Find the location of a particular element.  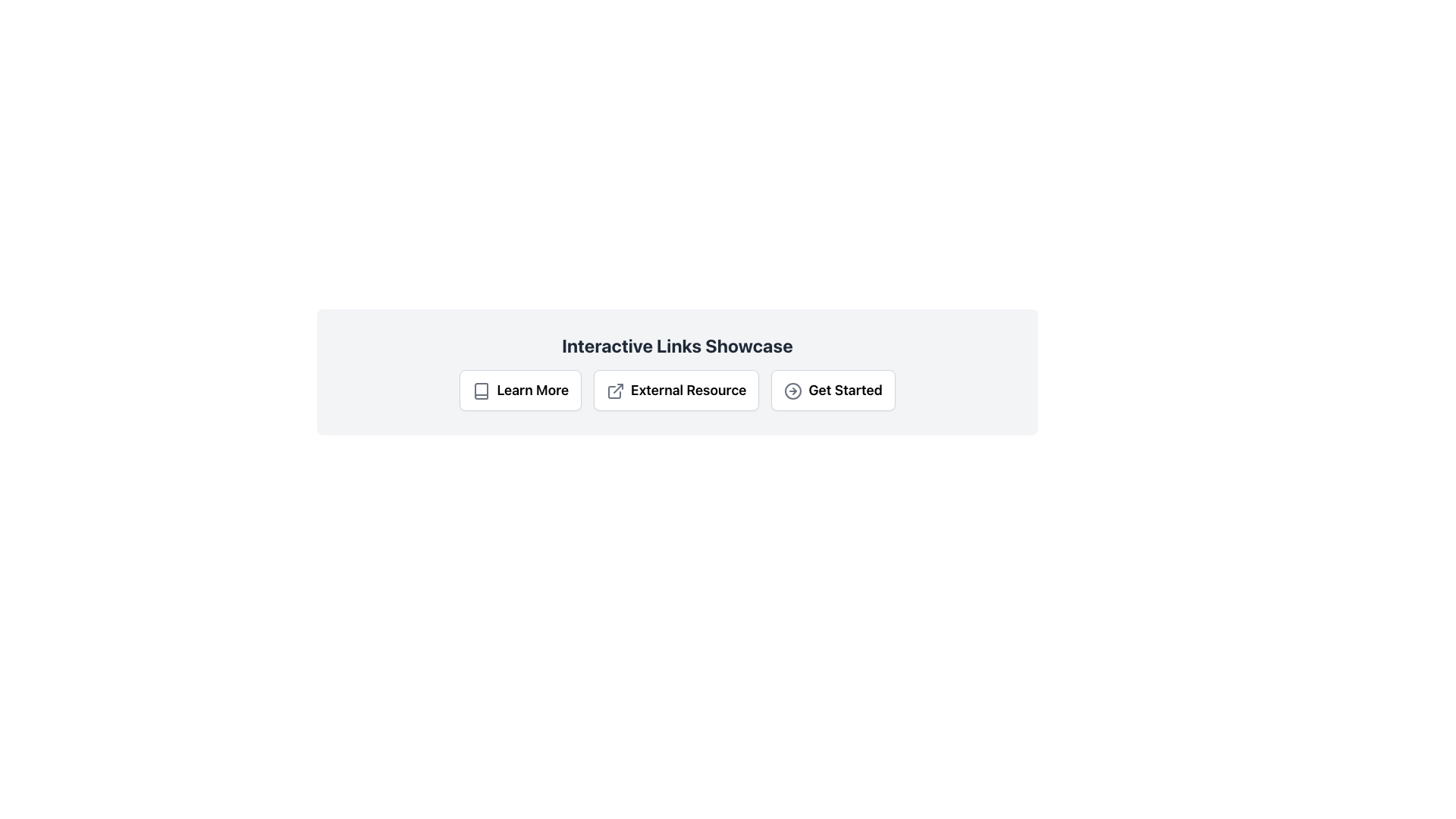

the 'Get Started' button, which is the third button in a horizontal row of buttons labeled 'Learn More', 'External Resource', and 'Get Started', located in the section titled 'Interactive Links Showcase' is located at coordinates (833, 390).